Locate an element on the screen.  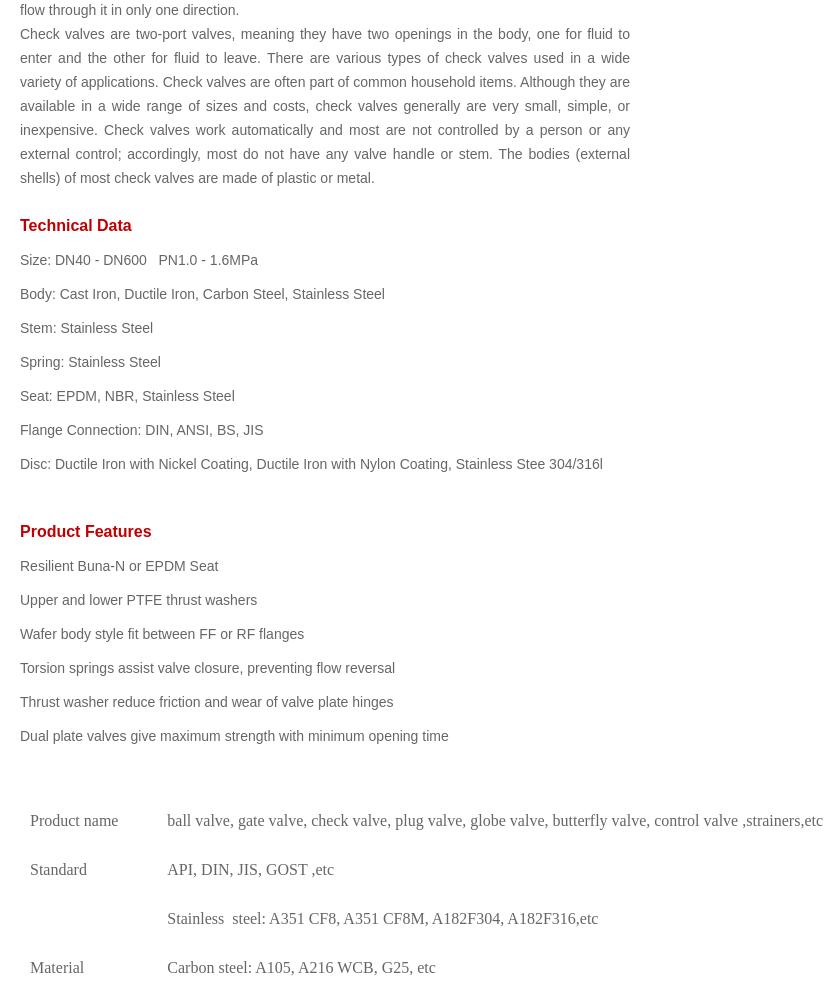
'Seat: EPDM, NBR, Stainless Steel' is located at coordinates (127, 396).